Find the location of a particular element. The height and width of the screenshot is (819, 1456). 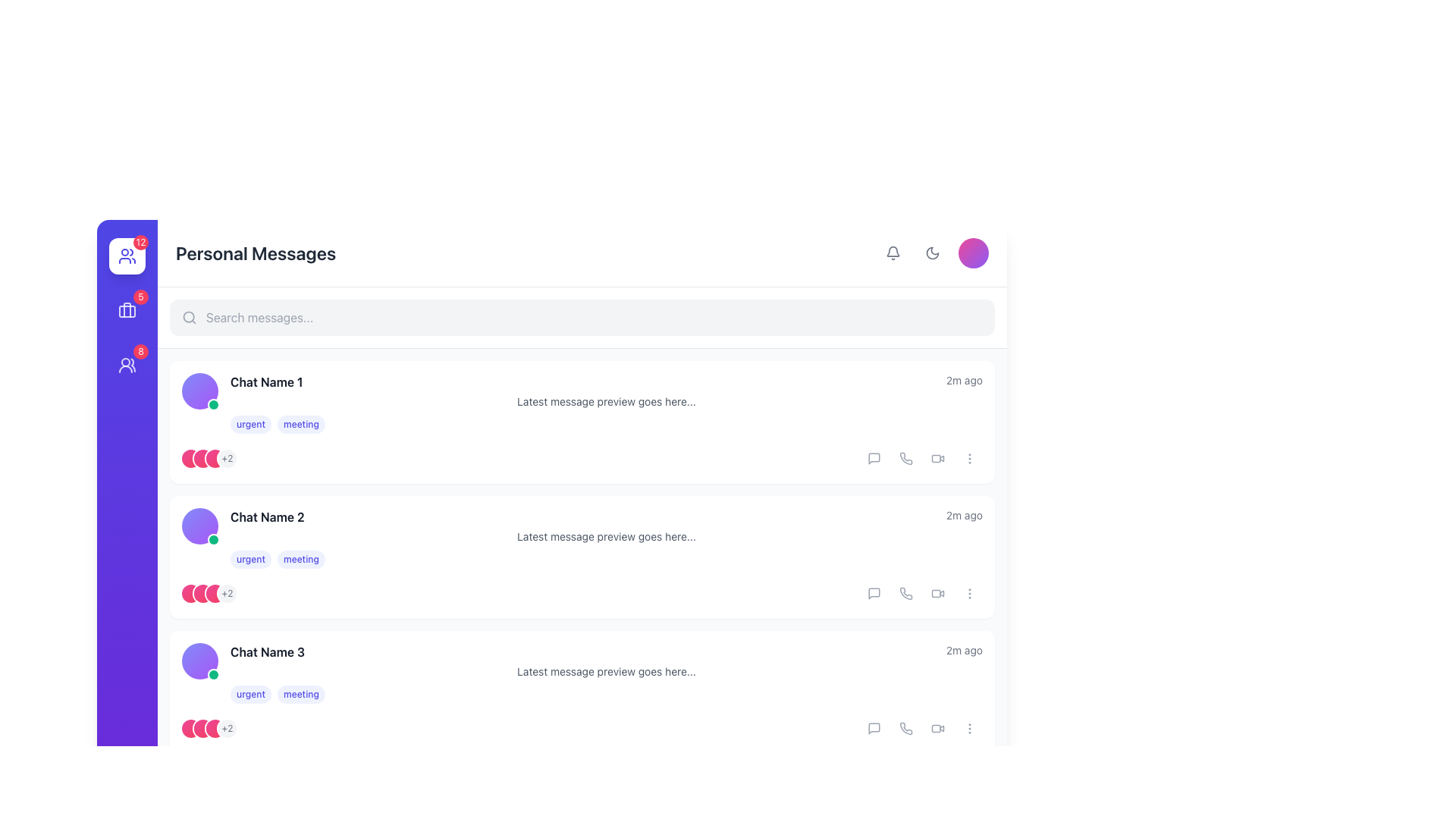

the Avatar icon, which is the third circular icon in a horizontal layout under 'Chat Name 3' is located at coordinates (214, 727).